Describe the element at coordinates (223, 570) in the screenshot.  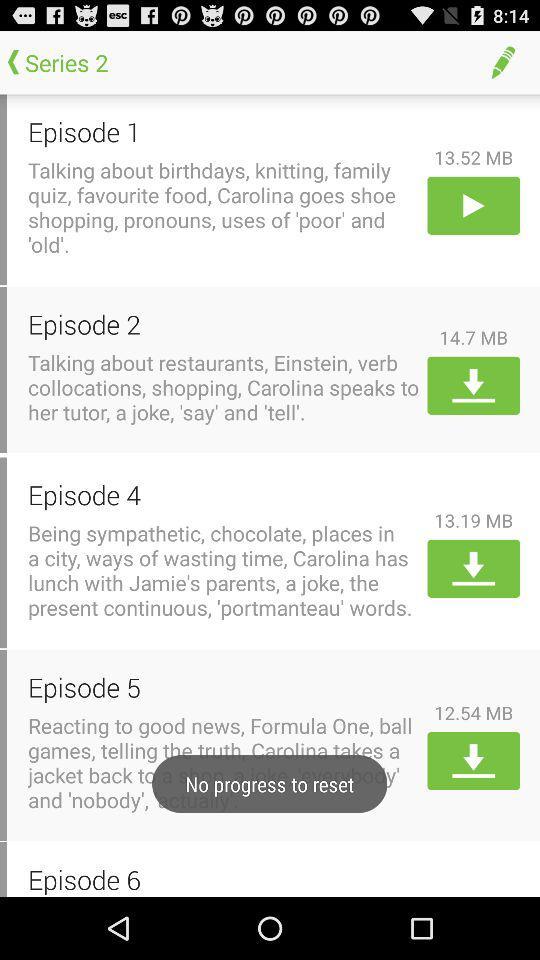
I see `app above episode 5 item` at that location.